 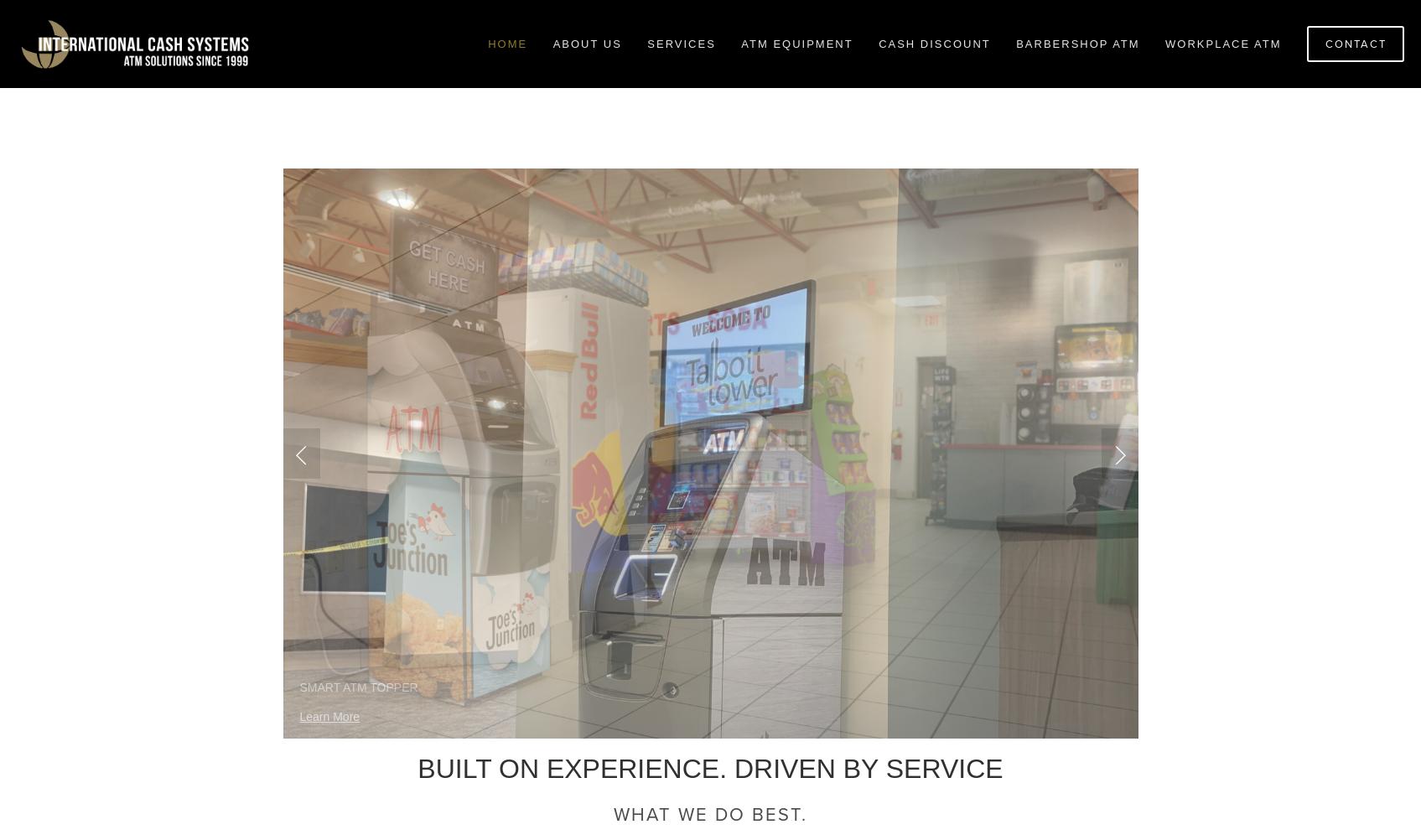 What do you see at coordinates (709, 769) in the screenshot?
I see `'BUILT ON EXPERIENCE. DRIVEN BY SERVICE'` at bounding box center [709, 769].